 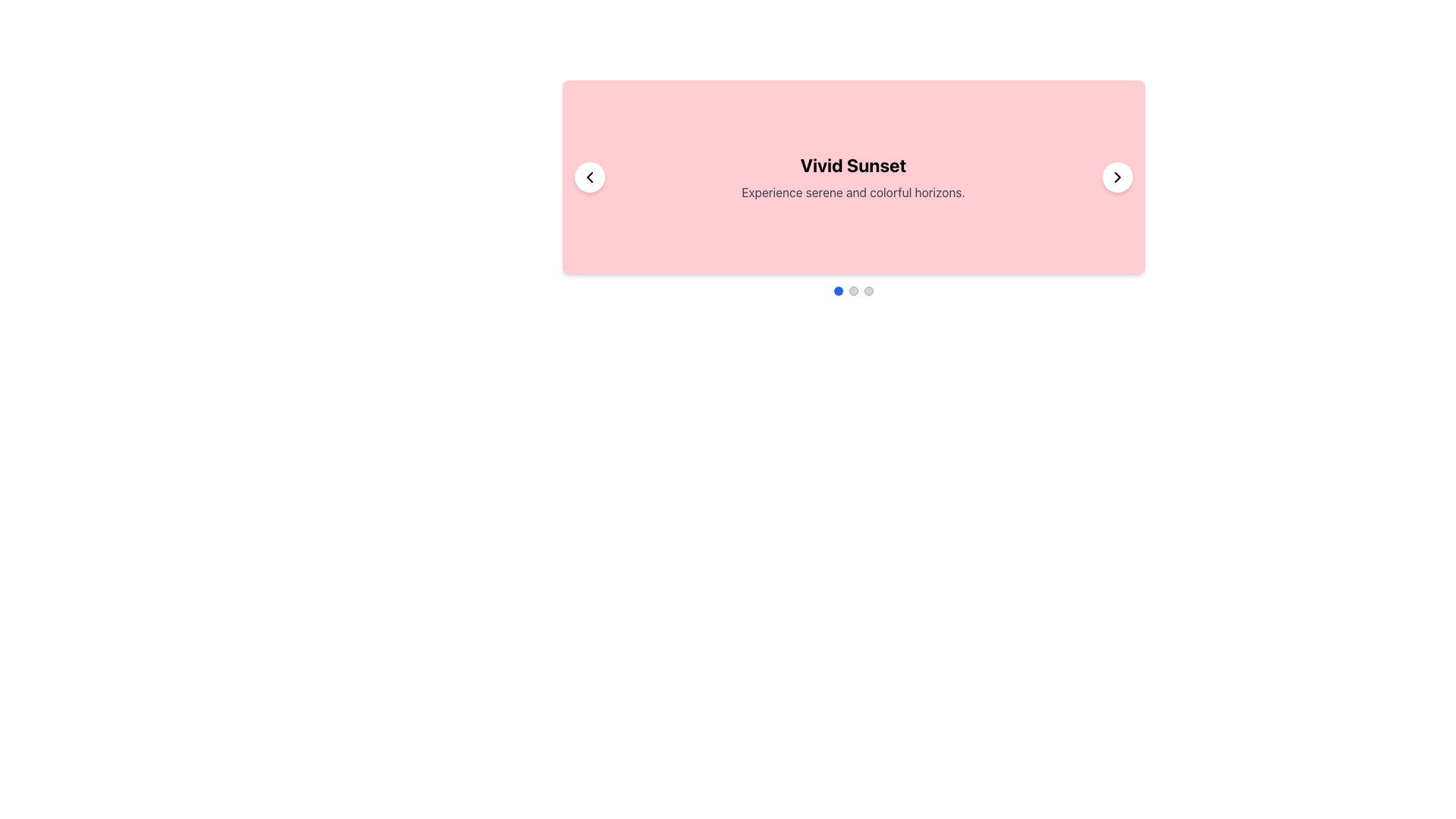 What do you see at coordinates (1117, 177) in the screenshot?
I see `the right-facing chevron icon on the circular button located at the bottom-right corner of the pink rectangular card labeled 'Vivid Sunset'` at bounding box center [1117, 177].